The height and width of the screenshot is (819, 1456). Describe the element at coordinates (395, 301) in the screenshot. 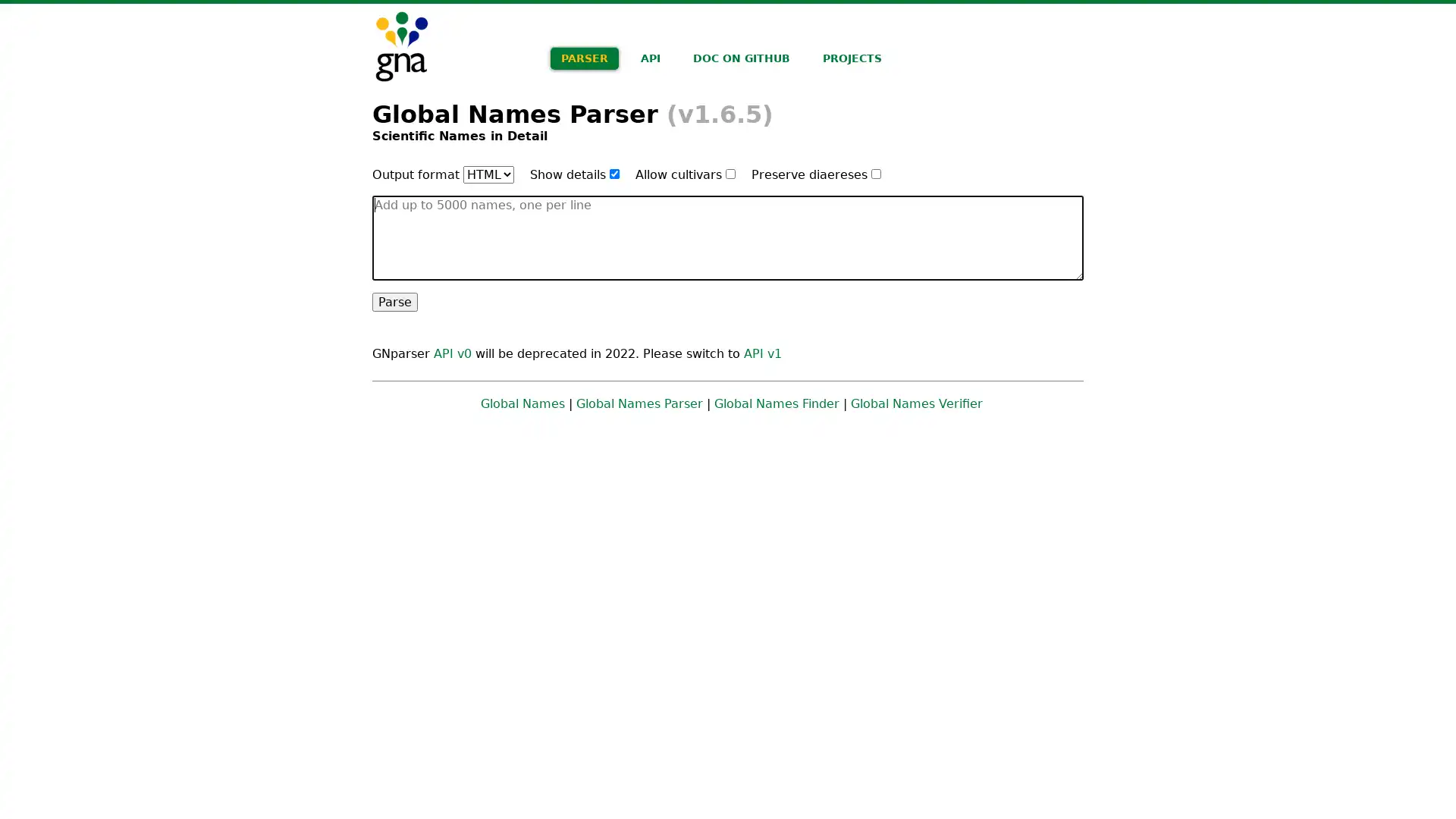

I see `Parse` at that location.